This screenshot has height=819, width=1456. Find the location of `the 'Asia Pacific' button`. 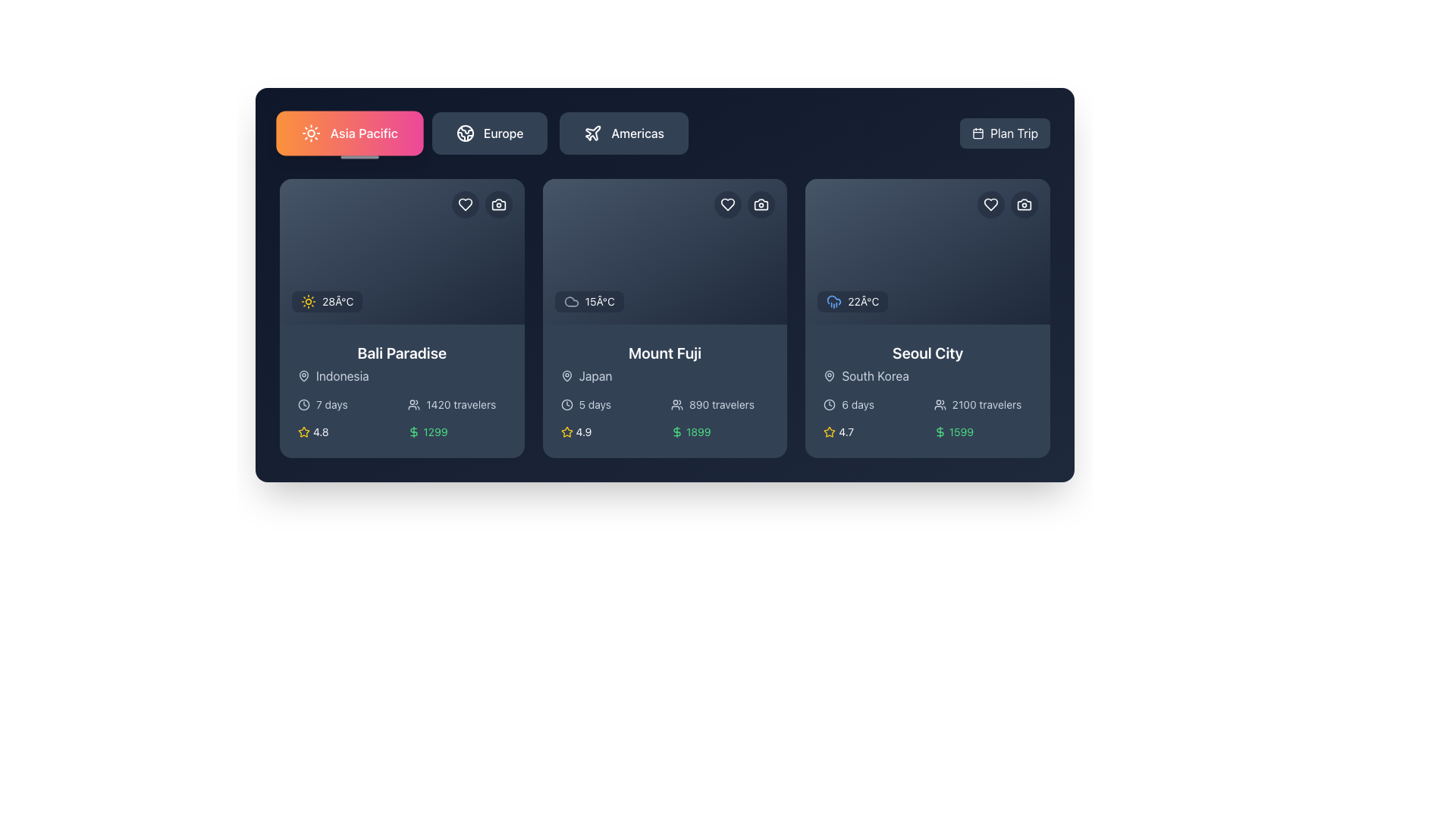

the 'Asia Pacific' button is located at coordinates (349, 133).